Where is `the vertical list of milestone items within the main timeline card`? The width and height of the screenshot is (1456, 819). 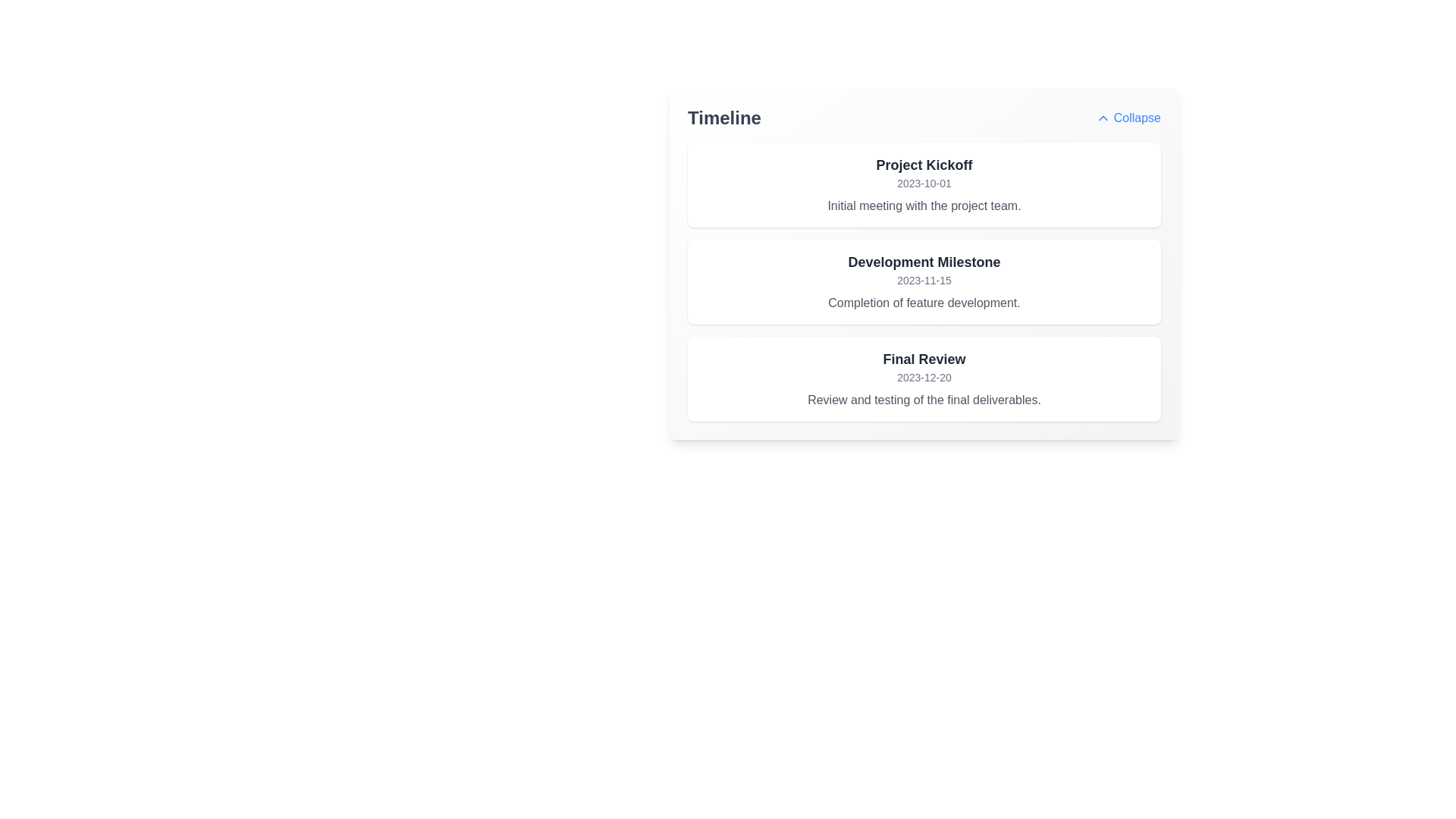
the vertical list of milestone items within the main timeline card is located at coordinates (924, 281).